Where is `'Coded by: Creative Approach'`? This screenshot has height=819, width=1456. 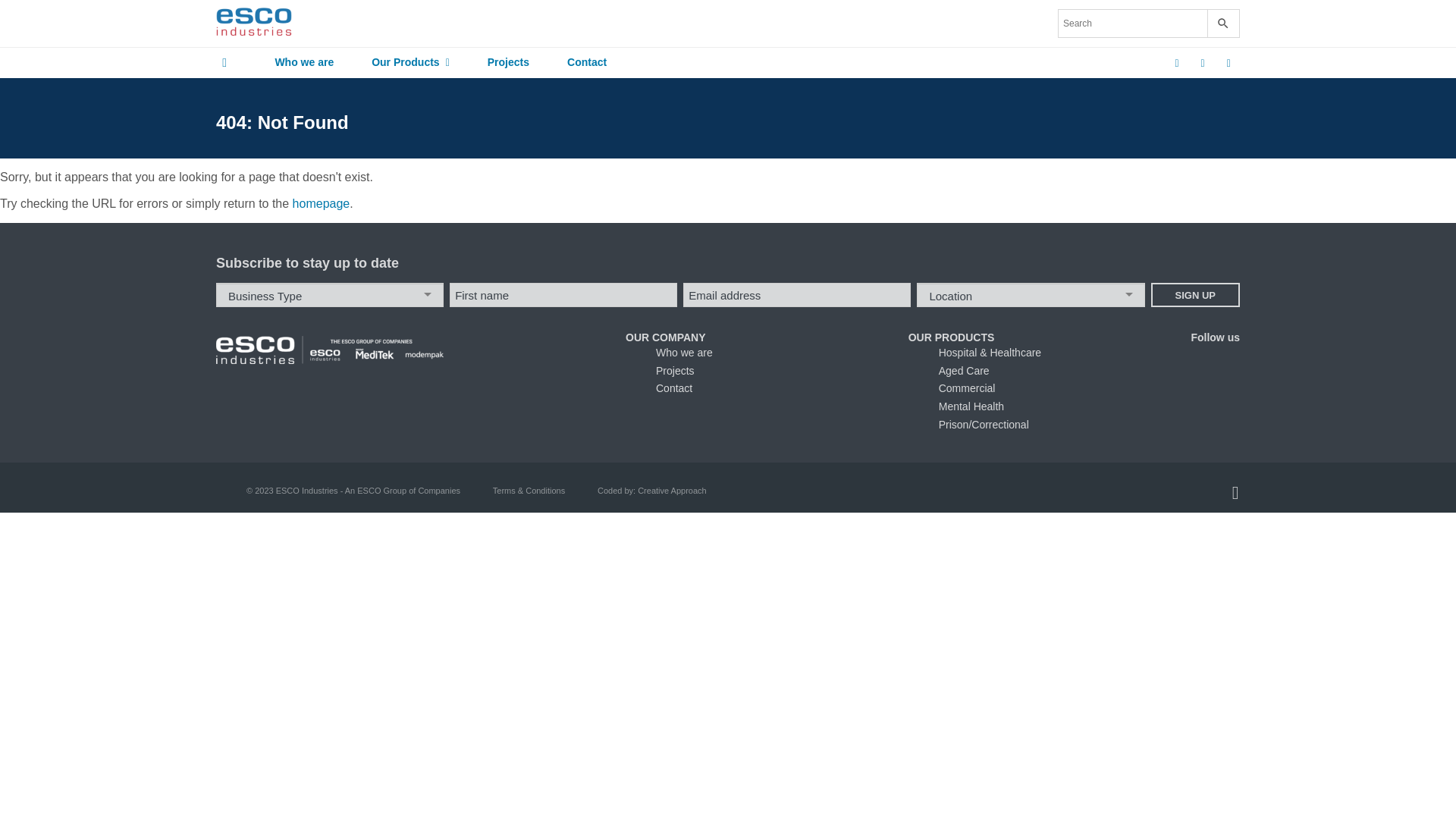 'Coded by: Creative Approach' is located at coordinates (651, 491).